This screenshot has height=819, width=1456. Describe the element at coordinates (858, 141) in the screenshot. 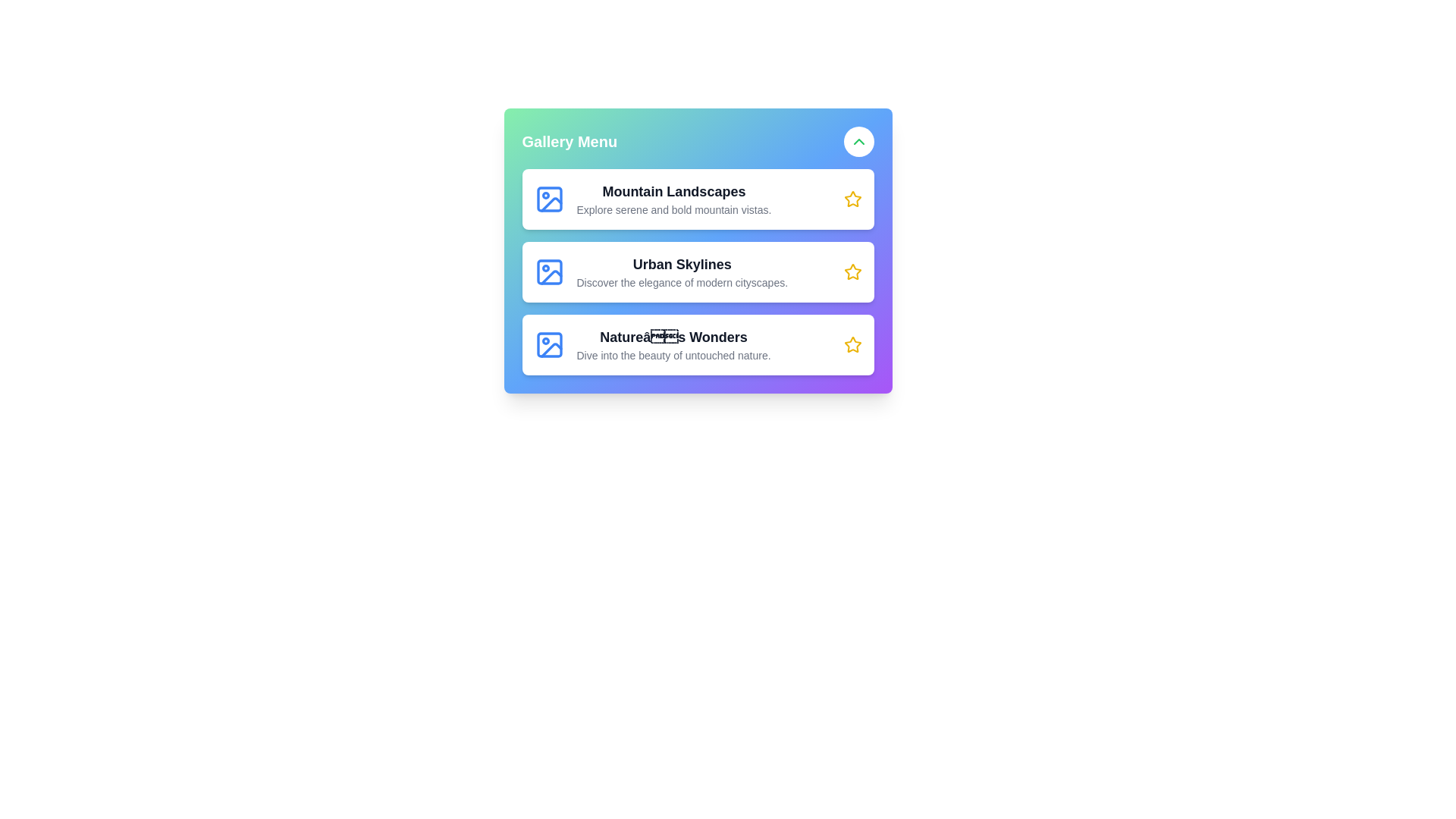

I see `button with the up/down chevron to toggle the visibility of the menu` at that location.